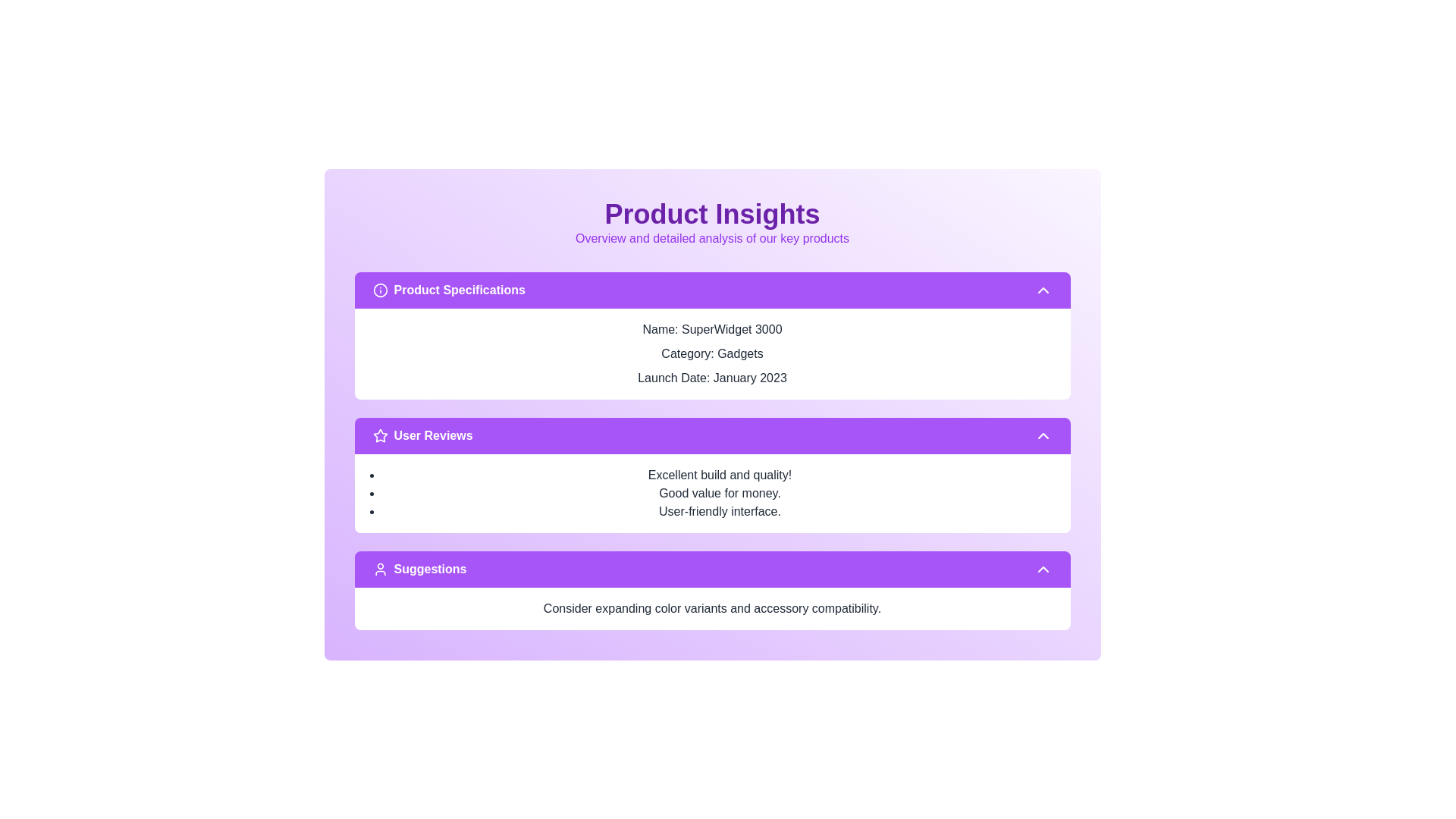 The height and width of the screenshot is (819, 1456). I want to click on the upward-pointing chevron icon button with a purple background located at the bottom-right corner of the 'Suggestions' section, so click(1042, 570).